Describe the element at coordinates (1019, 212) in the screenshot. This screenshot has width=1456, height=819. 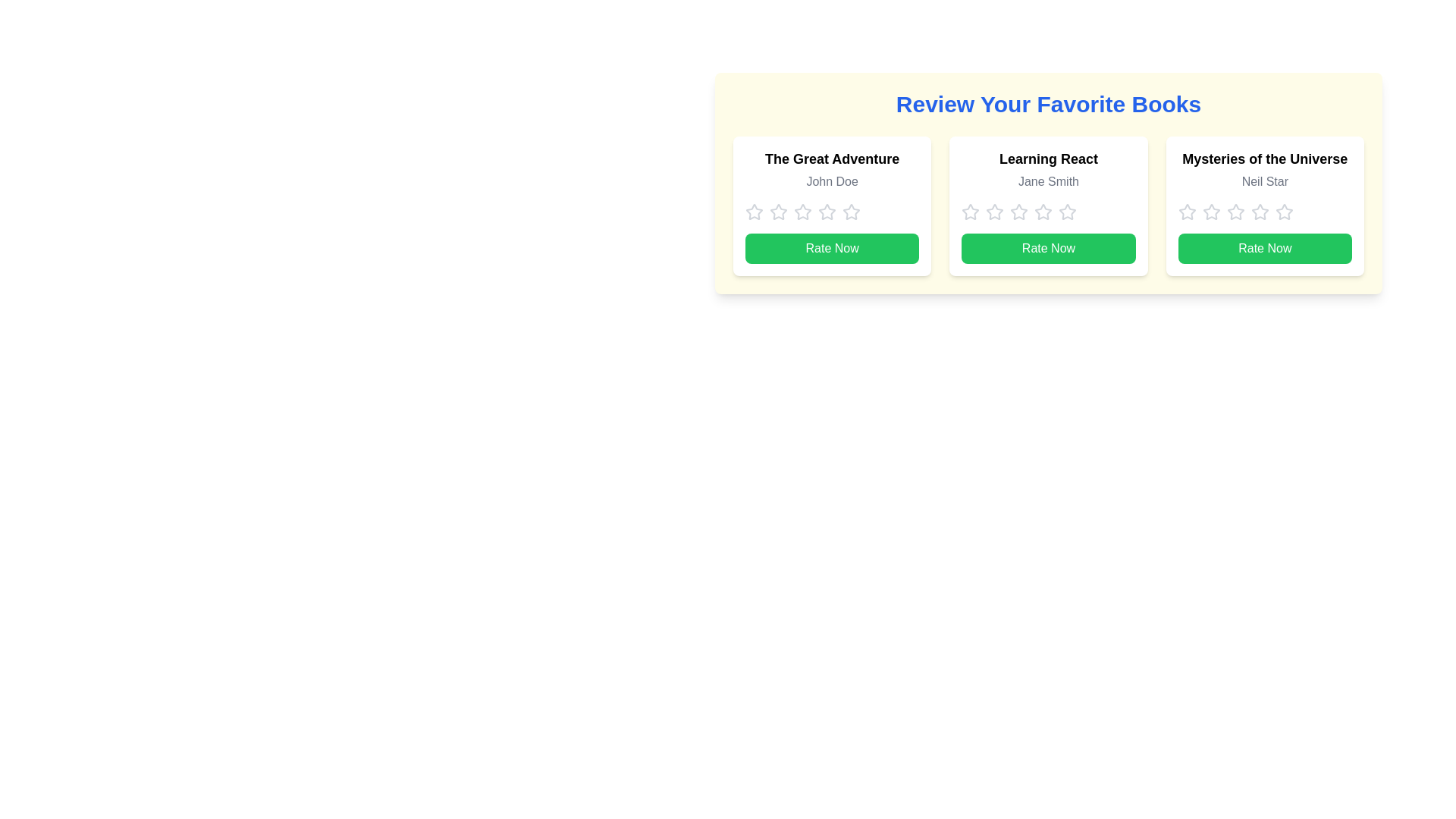
I see `the second rating star in the rating row of the 'Learning React' book card` at that location.